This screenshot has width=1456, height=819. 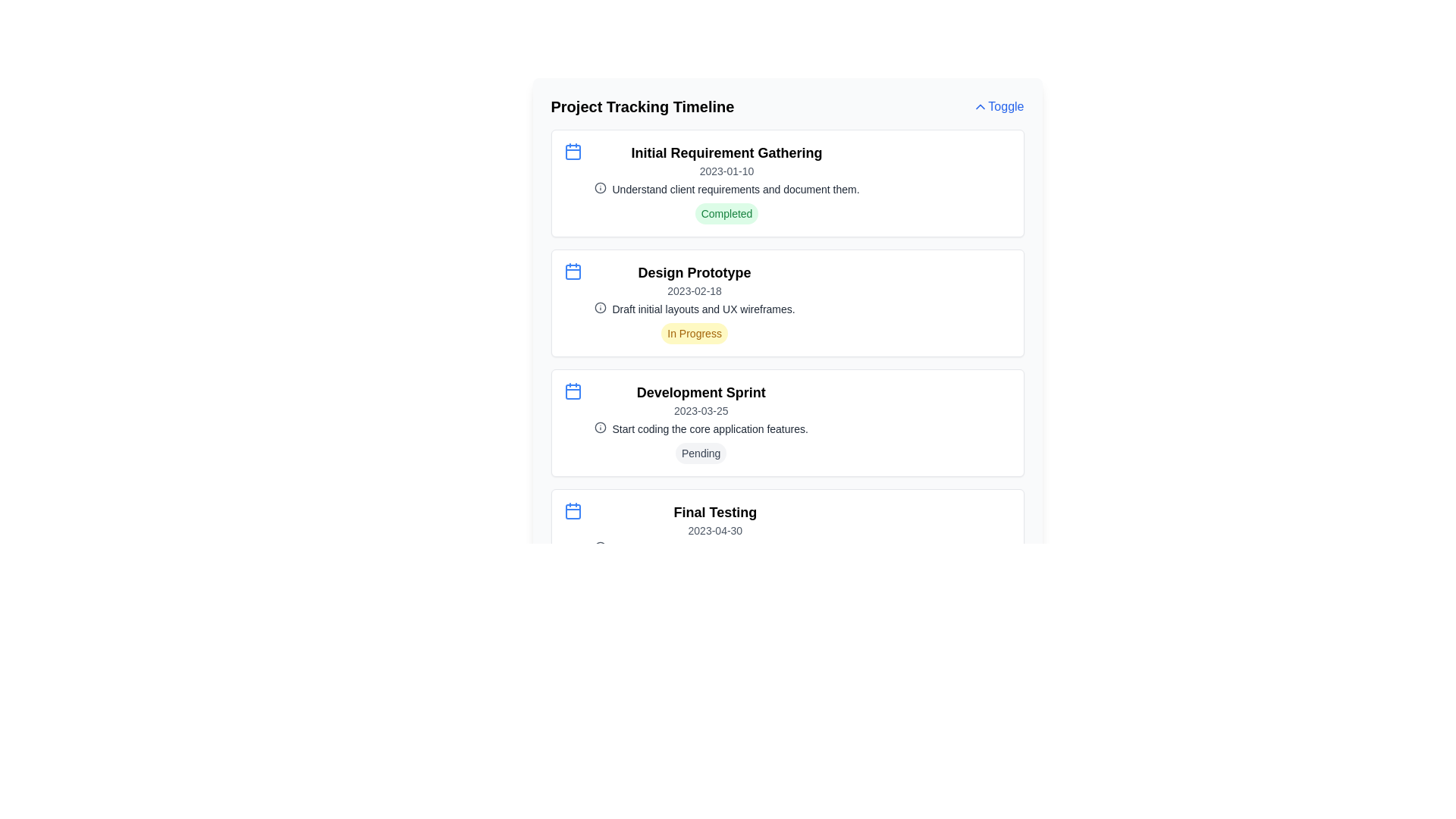 I want to click on details of the task titled 'Design Prototype' located in the Task information block, which includes the date '2023-02-18', a brief description, and a status indicator 'In Progress', so click(x=694, y=303).